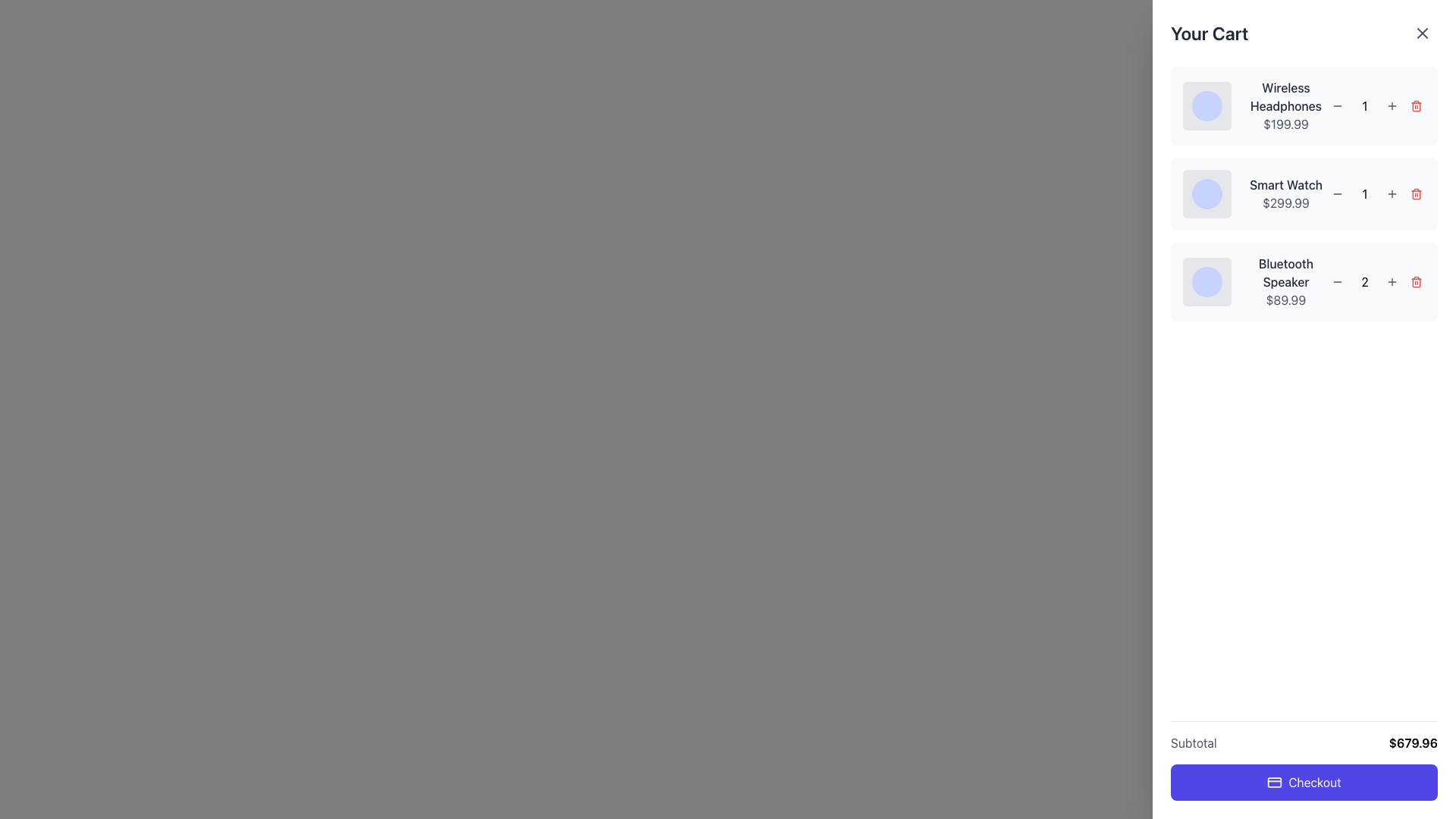  I want to click on the text label displaying the price '$299.99' located below 'Smart Watch' in the shopping cart interface, so click(1285, 202).